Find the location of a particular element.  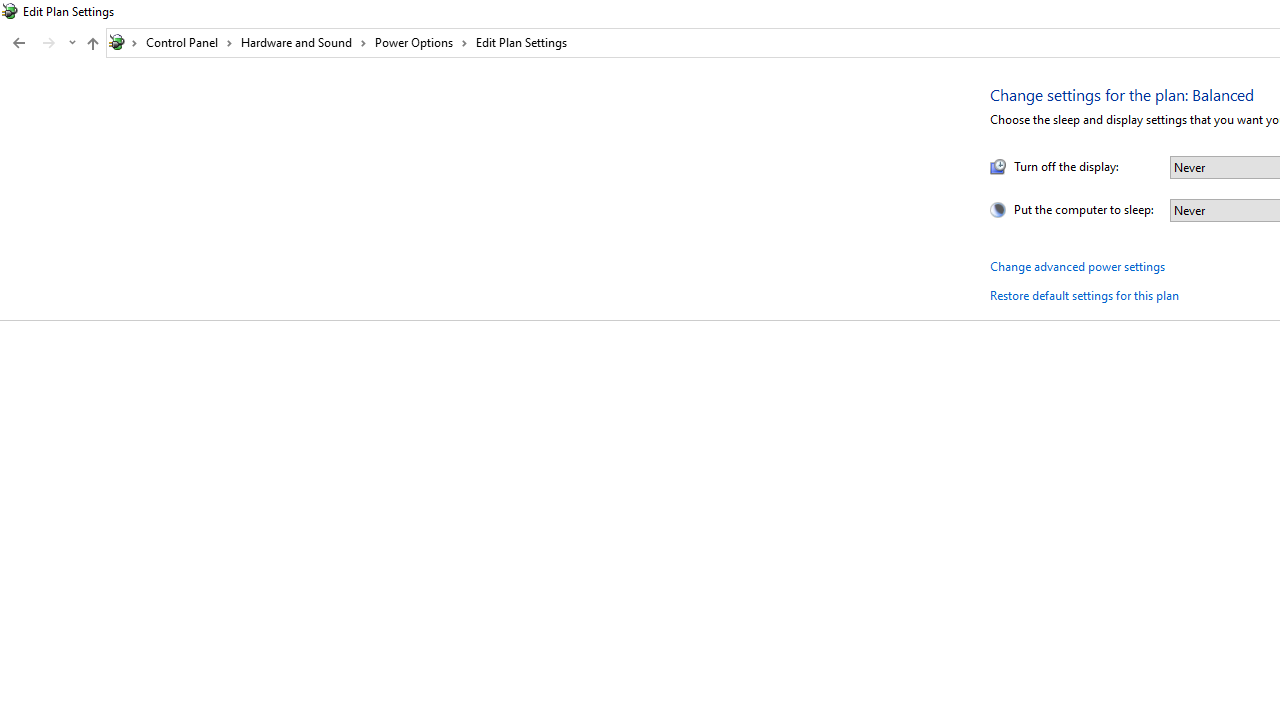

'System' is located at coordinates (10, 11).